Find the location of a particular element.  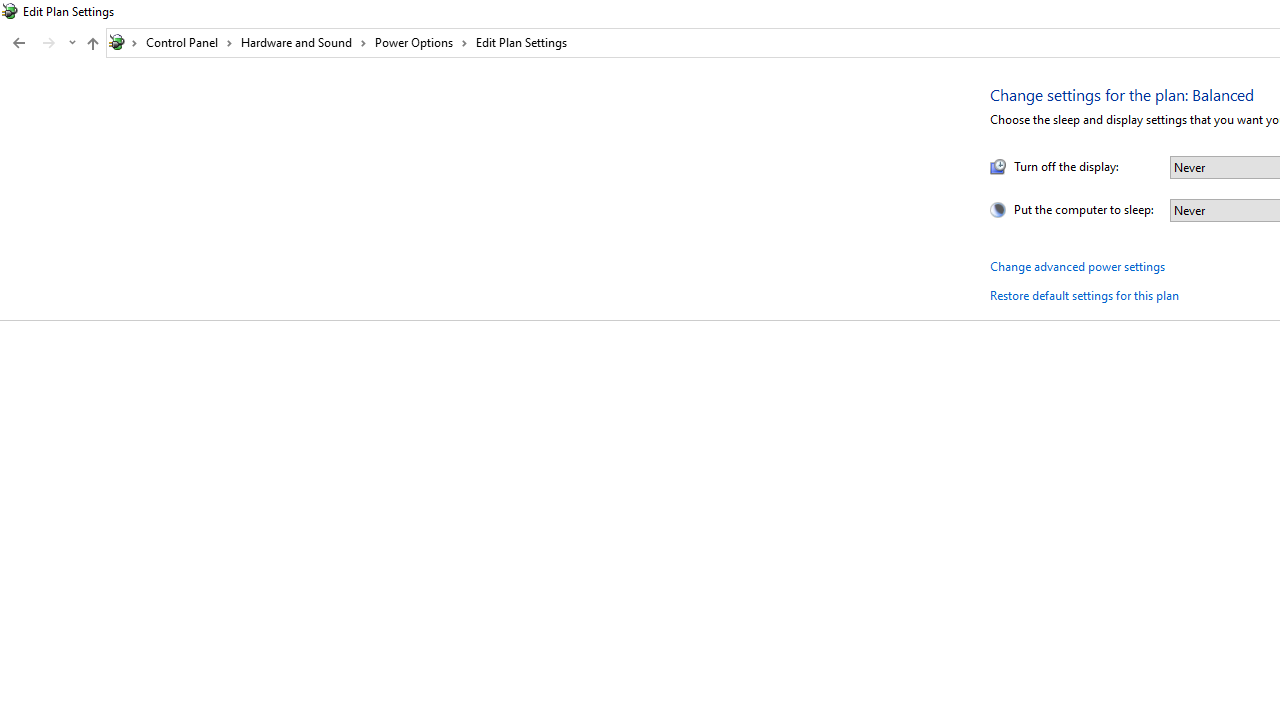

'System' is located at coordinates (10, 11).